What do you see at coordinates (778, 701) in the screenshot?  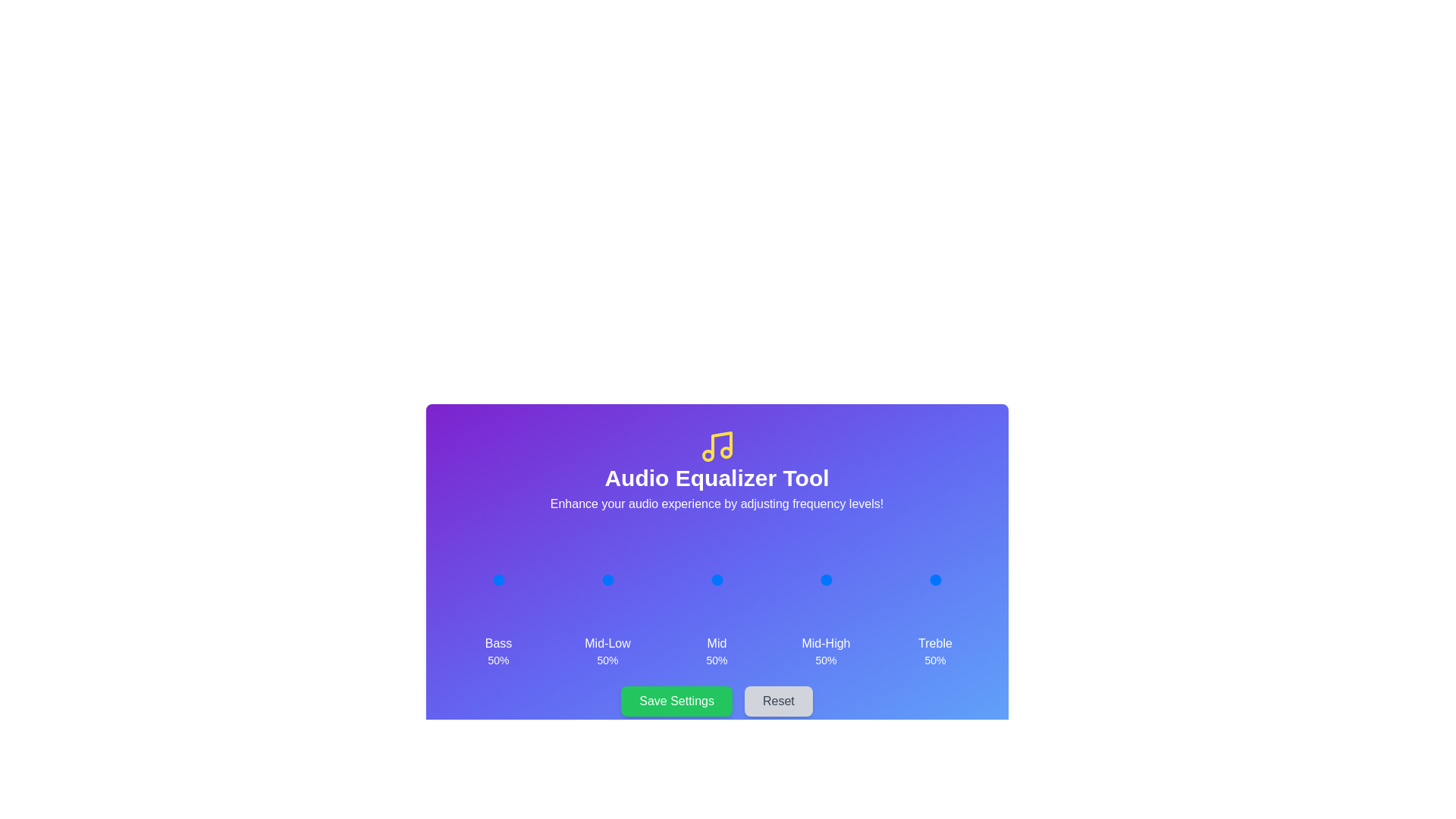 I see `'Reset' button to revert settings to default` at bounding box center [778, 701].